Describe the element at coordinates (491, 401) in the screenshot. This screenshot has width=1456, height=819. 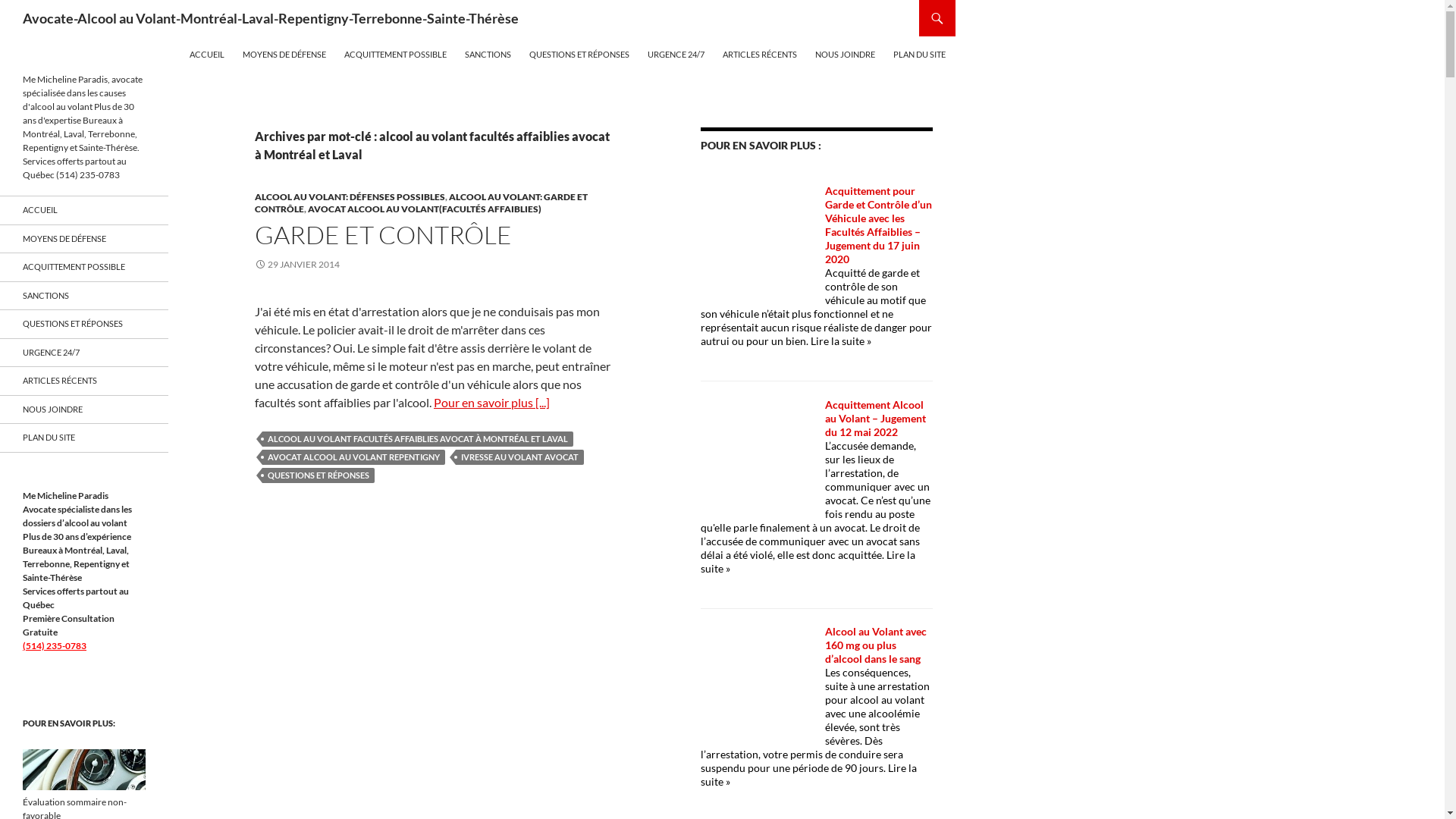
I see `'Pour en savoir plus [...]'` at that location.